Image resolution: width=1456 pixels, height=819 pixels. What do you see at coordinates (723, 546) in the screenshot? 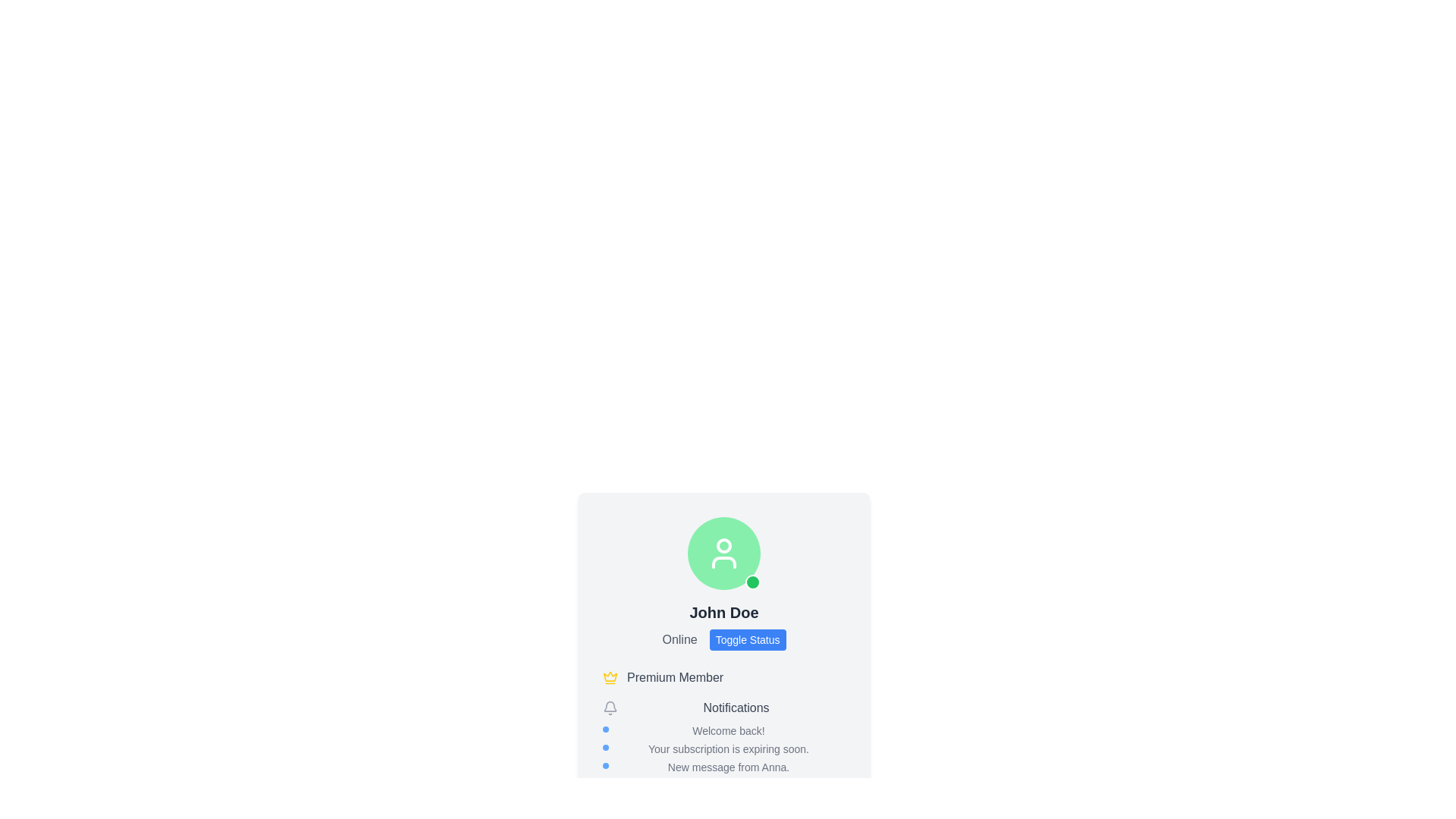
I see `the SVG Circle located at the top-center of the green round background in the interface` at bounding box center [723, 546].